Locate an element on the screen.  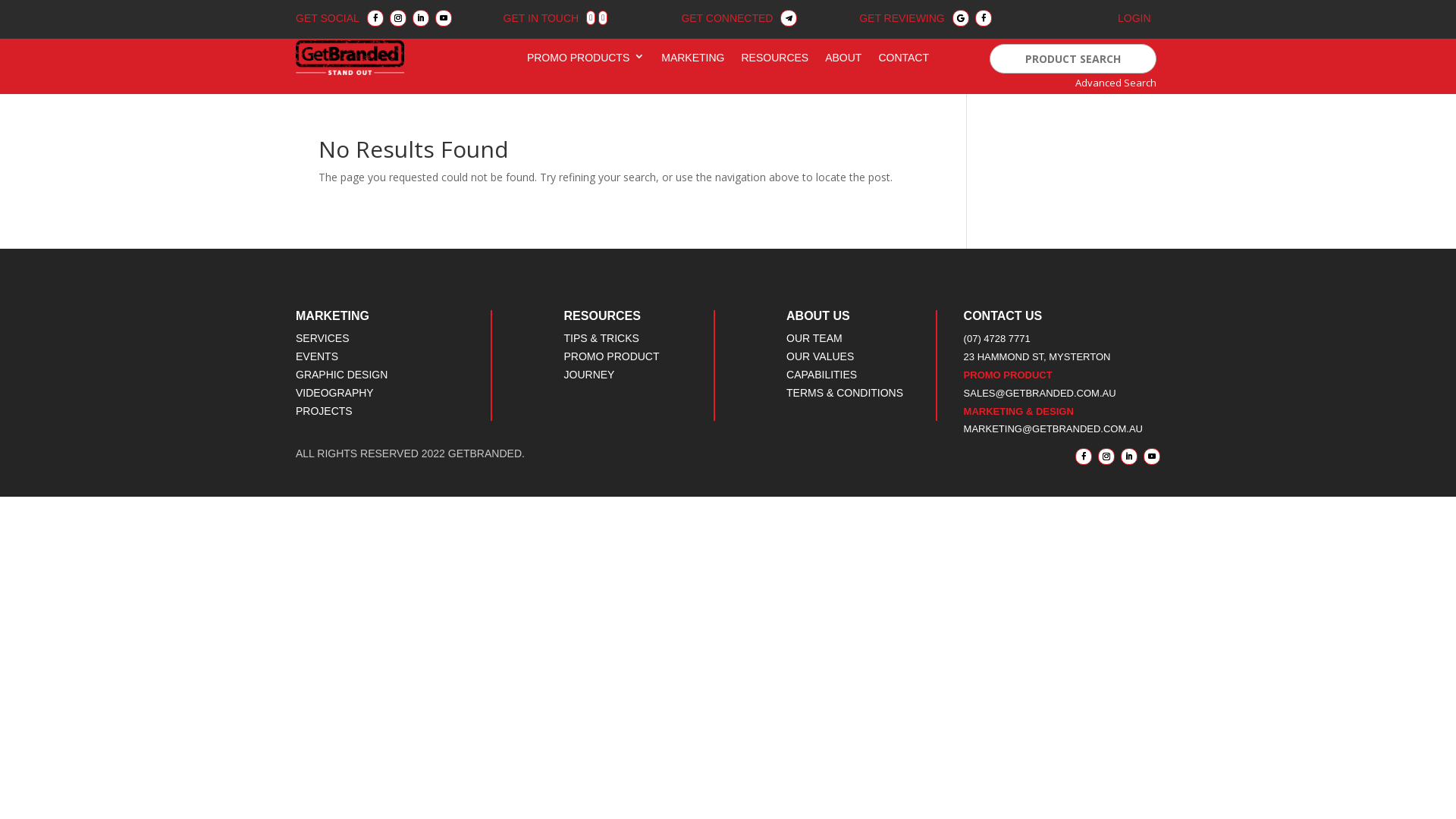
'Advanced Search' is located at coordinates (1116, 82).